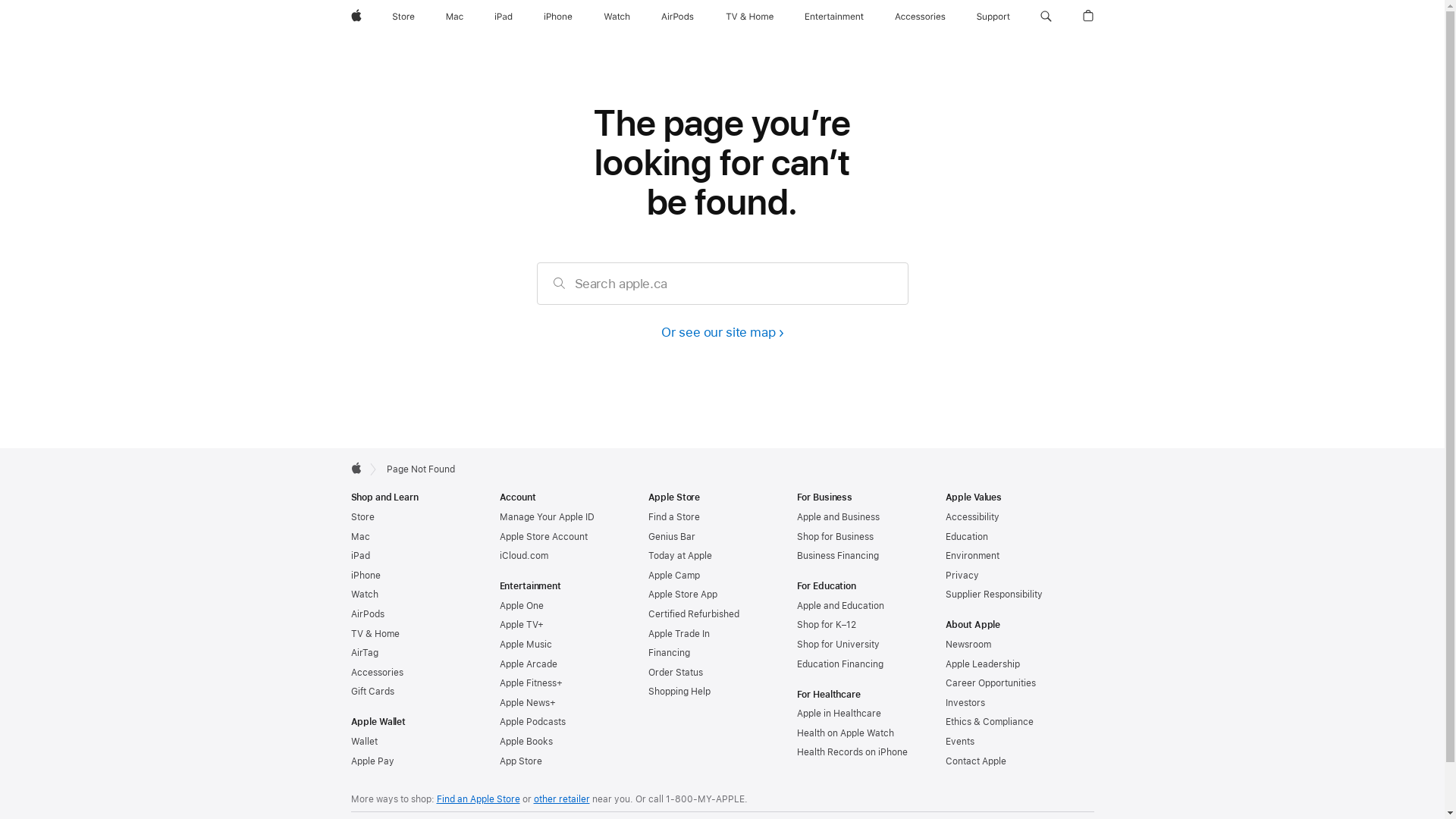  I want to click on 'Shopping Help', so click(677, 691).